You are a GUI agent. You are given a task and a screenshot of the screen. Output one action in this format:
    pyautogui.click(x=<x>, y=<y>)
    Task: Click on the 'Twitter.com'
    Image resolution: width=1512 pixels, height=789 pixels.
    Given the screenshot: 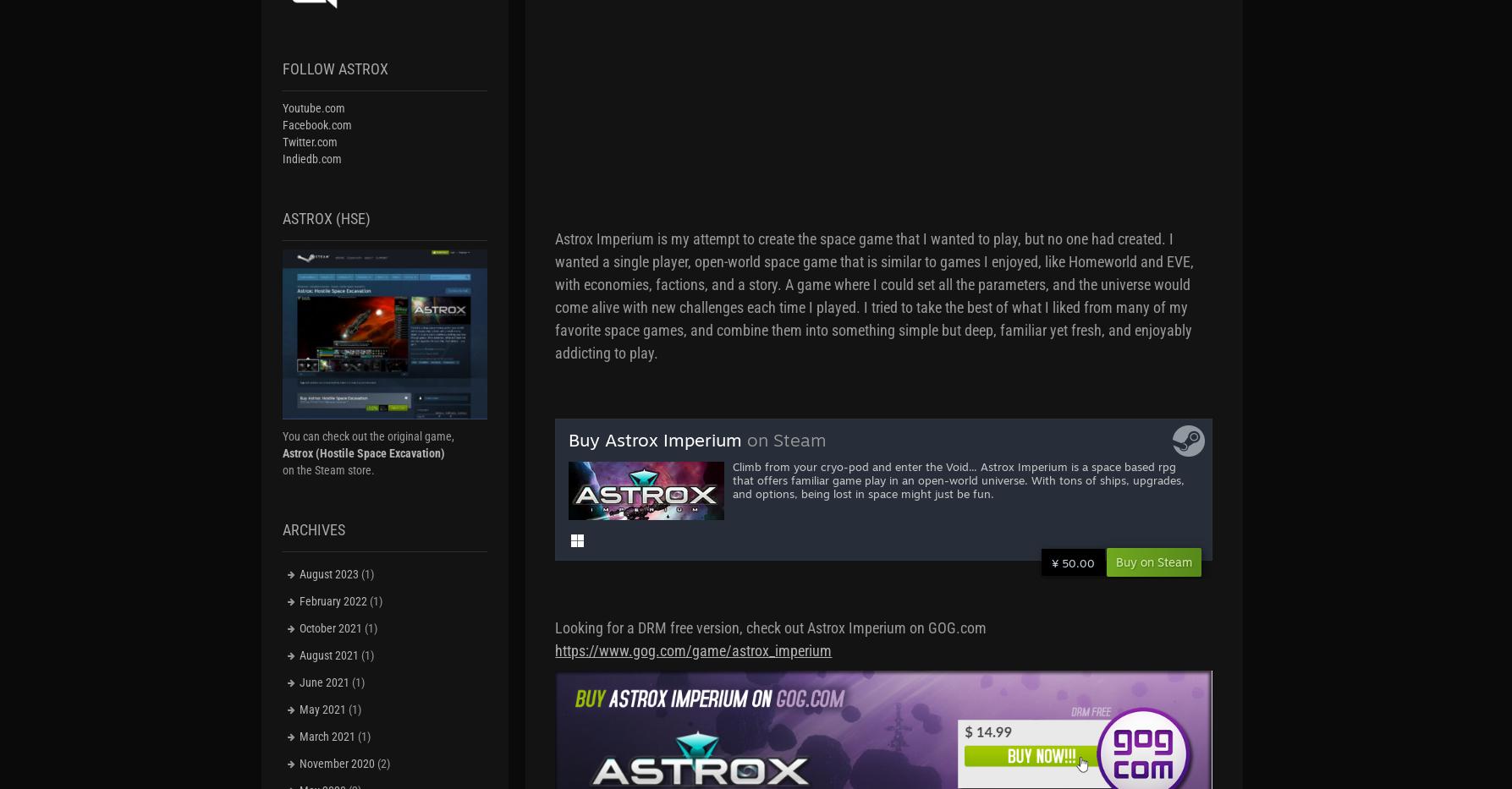 What is the action you would take?
    pyautogui.click(x=309, y=141)
    